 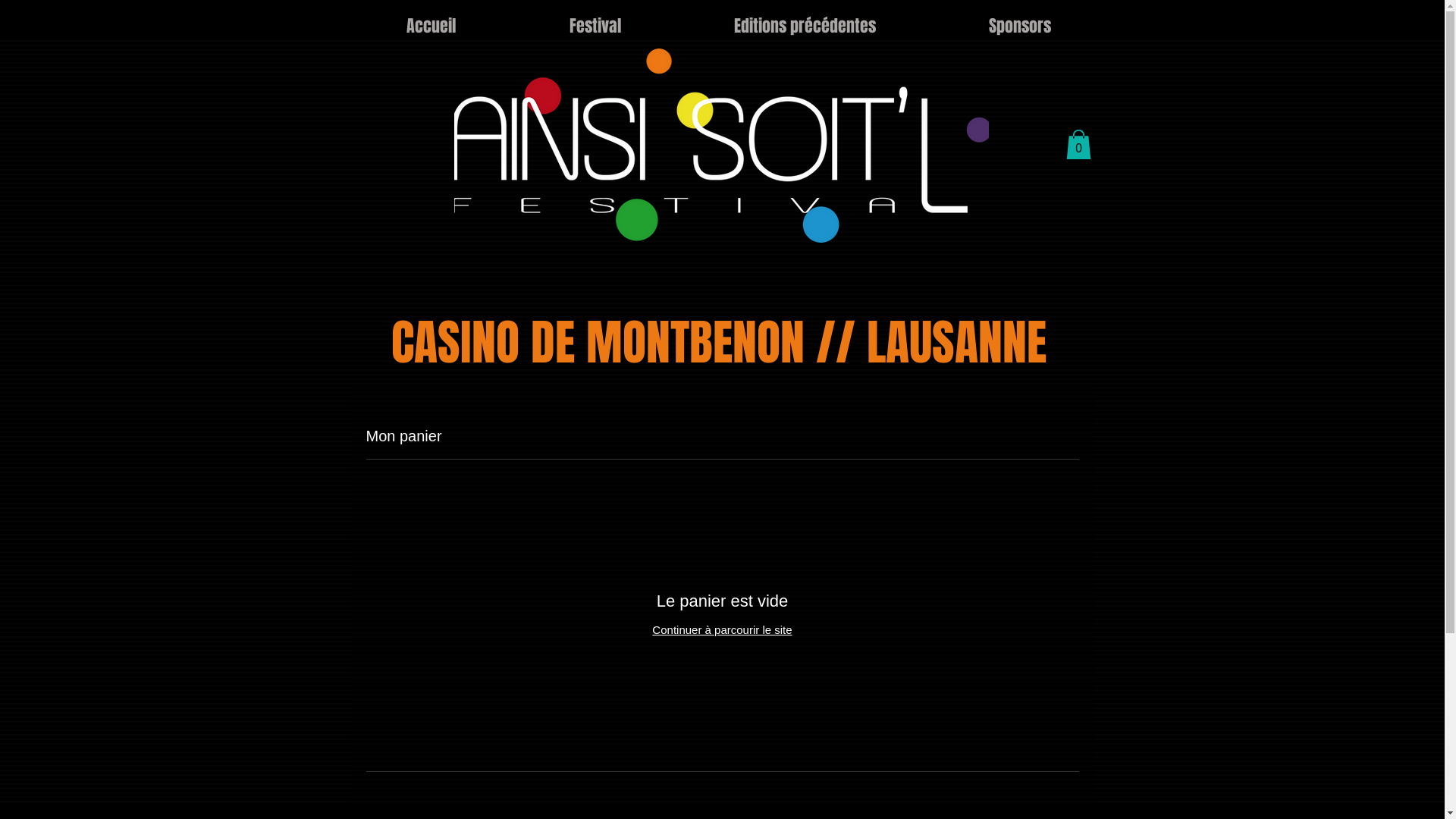 What do you see at coordinates (595, 26) in the screenshot?
I see `'Festival'` at bounding box center [595, 26].